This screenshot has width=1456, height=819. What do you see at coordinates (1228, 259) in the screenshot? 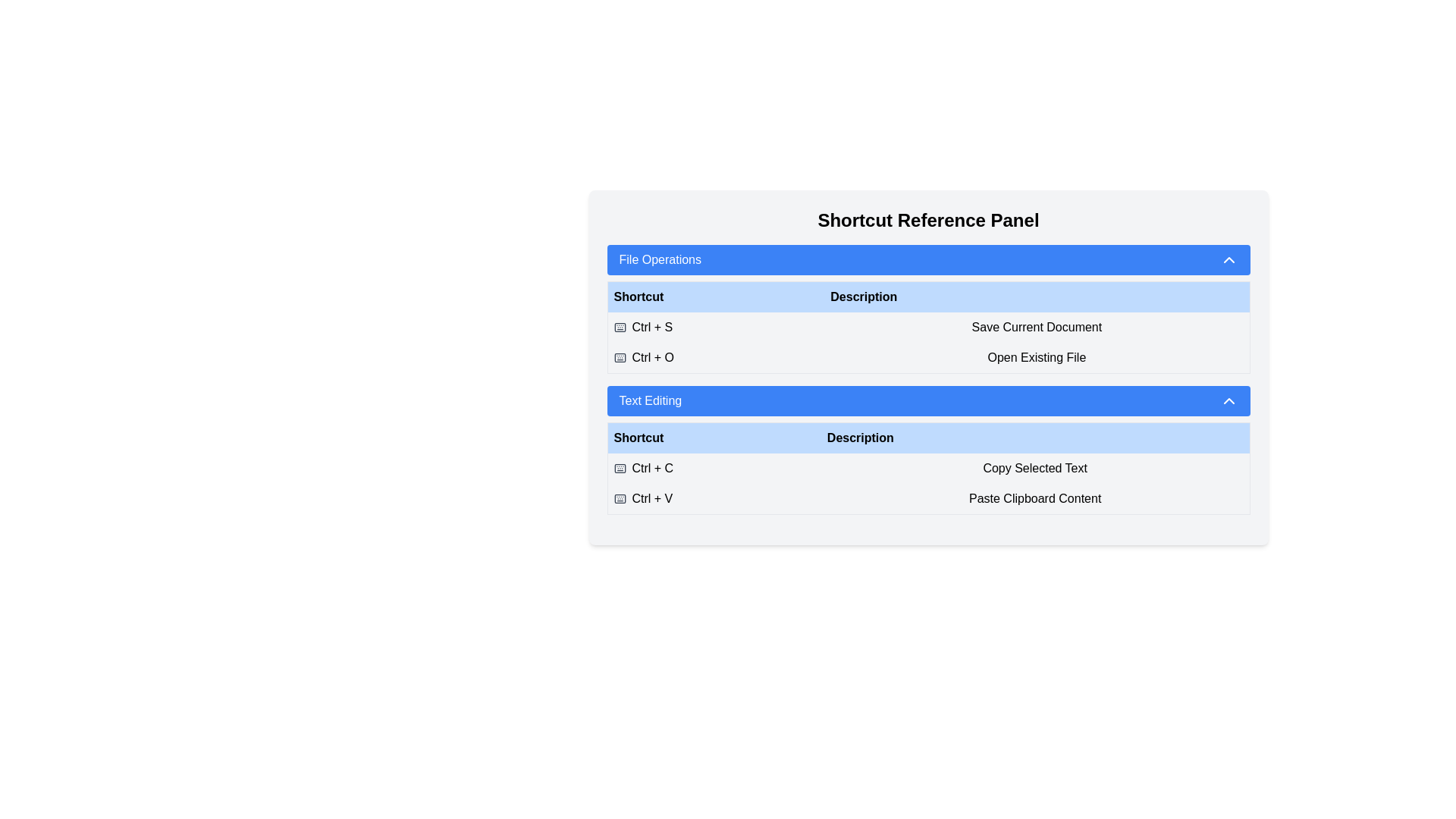
I see `the chevron icon located on the far right of the blue header bar labeled 'File Operations'` at bounding box center [1228, 259].